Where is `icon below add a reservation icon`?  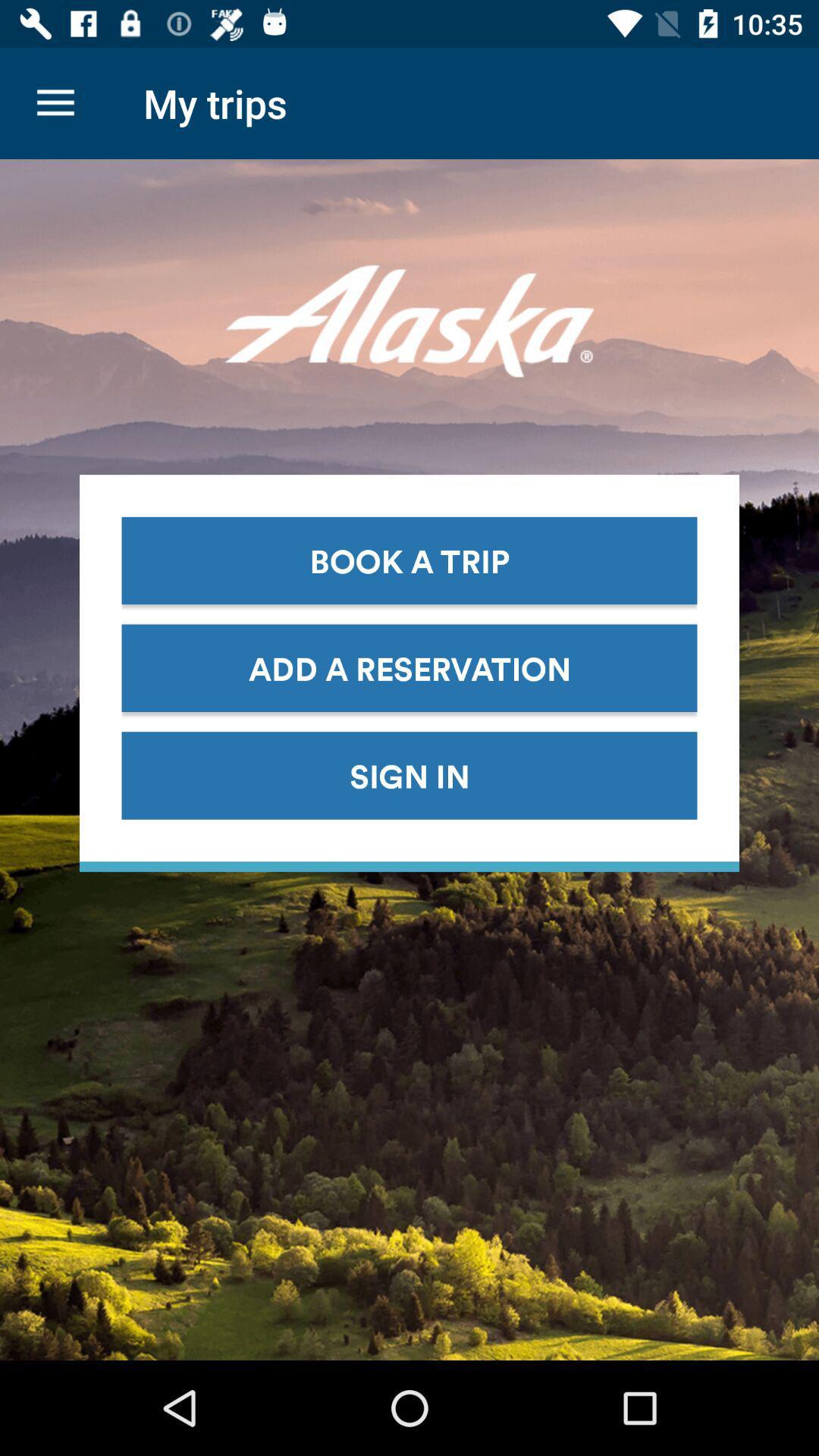
icon below add a reservation icon is located at coordinates (409, 775).